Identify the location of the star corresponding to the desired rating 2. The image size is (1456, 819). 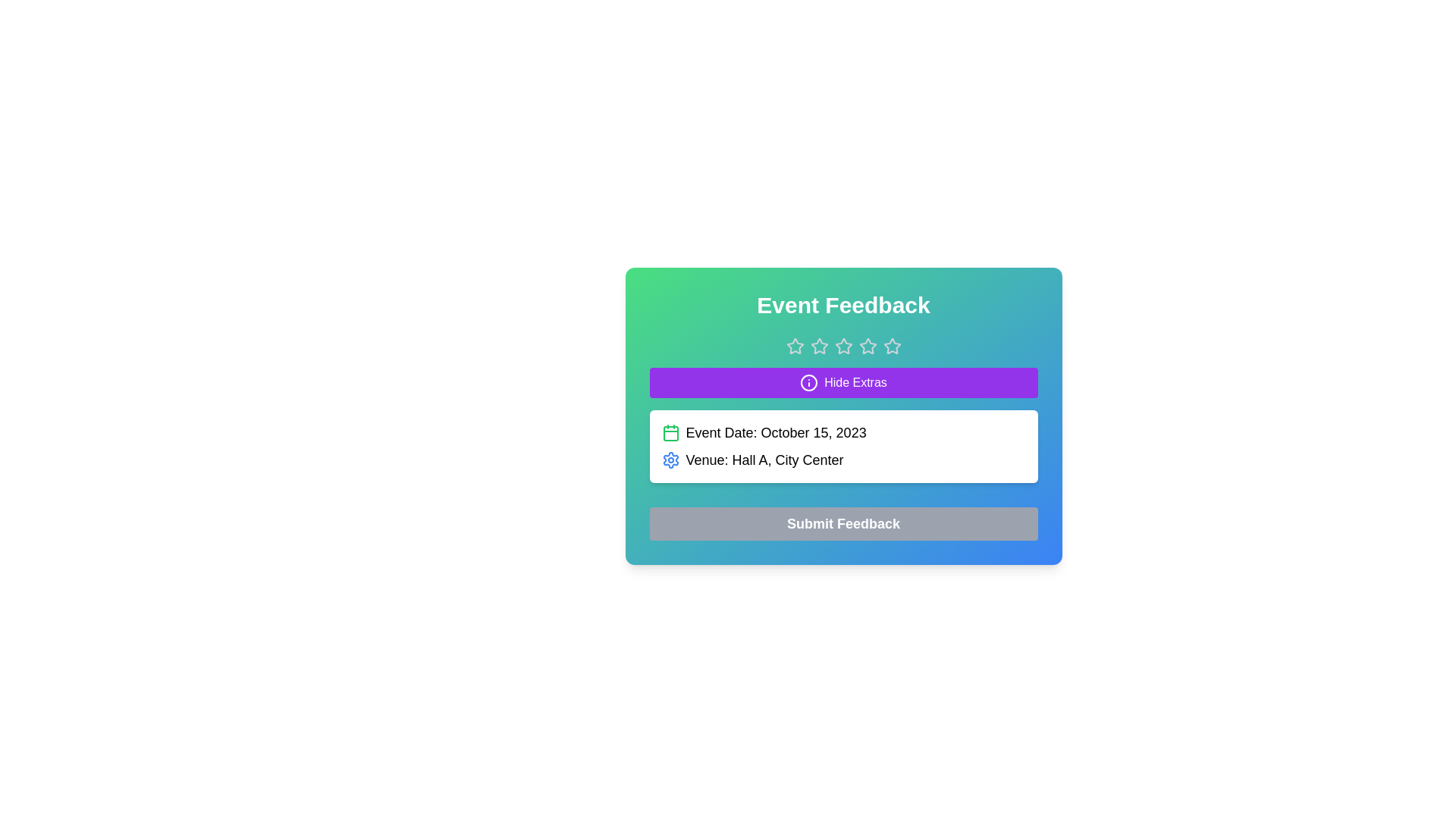
(818, 346).